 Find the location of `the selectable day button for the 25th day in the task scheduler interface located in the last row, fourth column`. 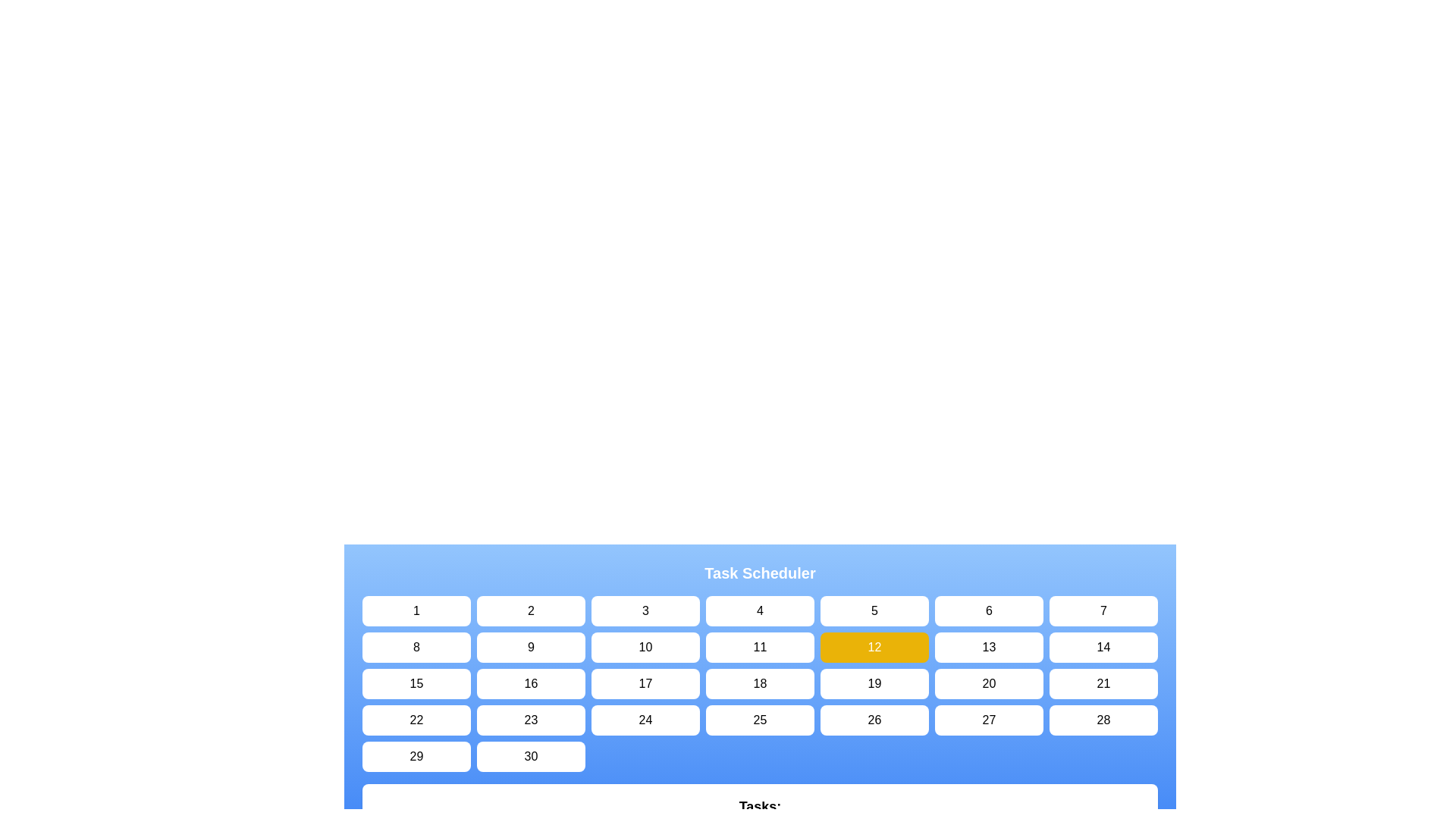

the selectable day button for the 25th day in the task scheduler interface located in the last row, fourth column is located at coordinates (760, 719).